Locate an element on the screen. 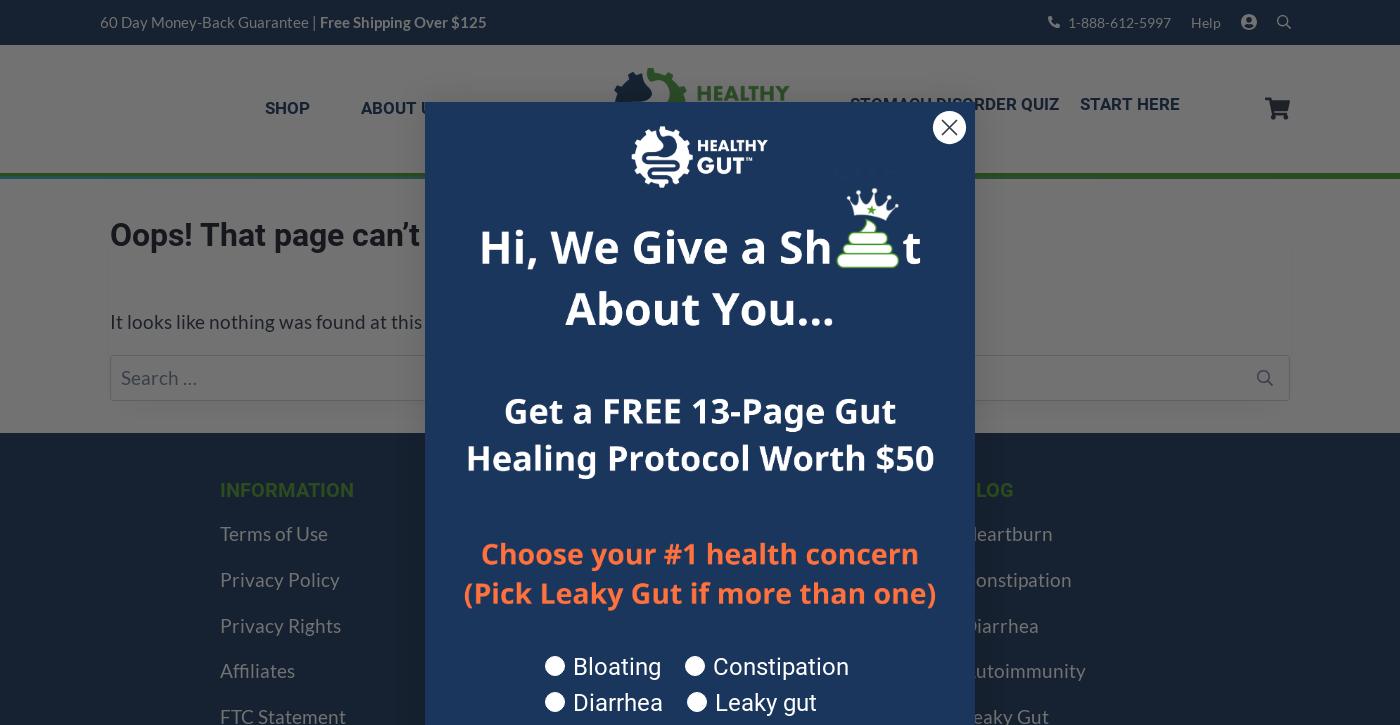  'Terms of Use' is located at coordinates (273, 532).